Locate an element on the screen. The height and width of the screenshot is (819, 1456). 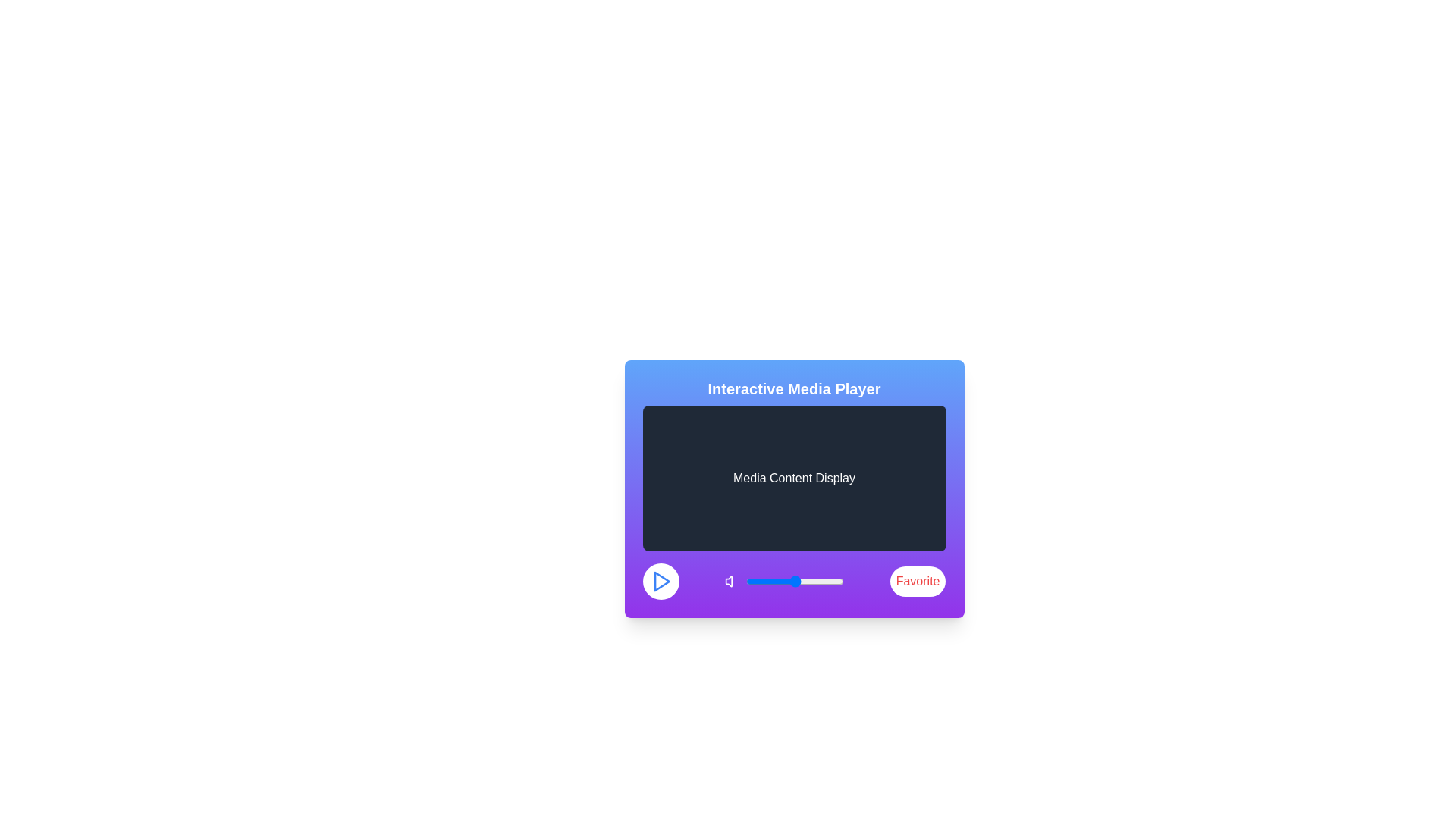
the slider is located at coordinates (784, 581).